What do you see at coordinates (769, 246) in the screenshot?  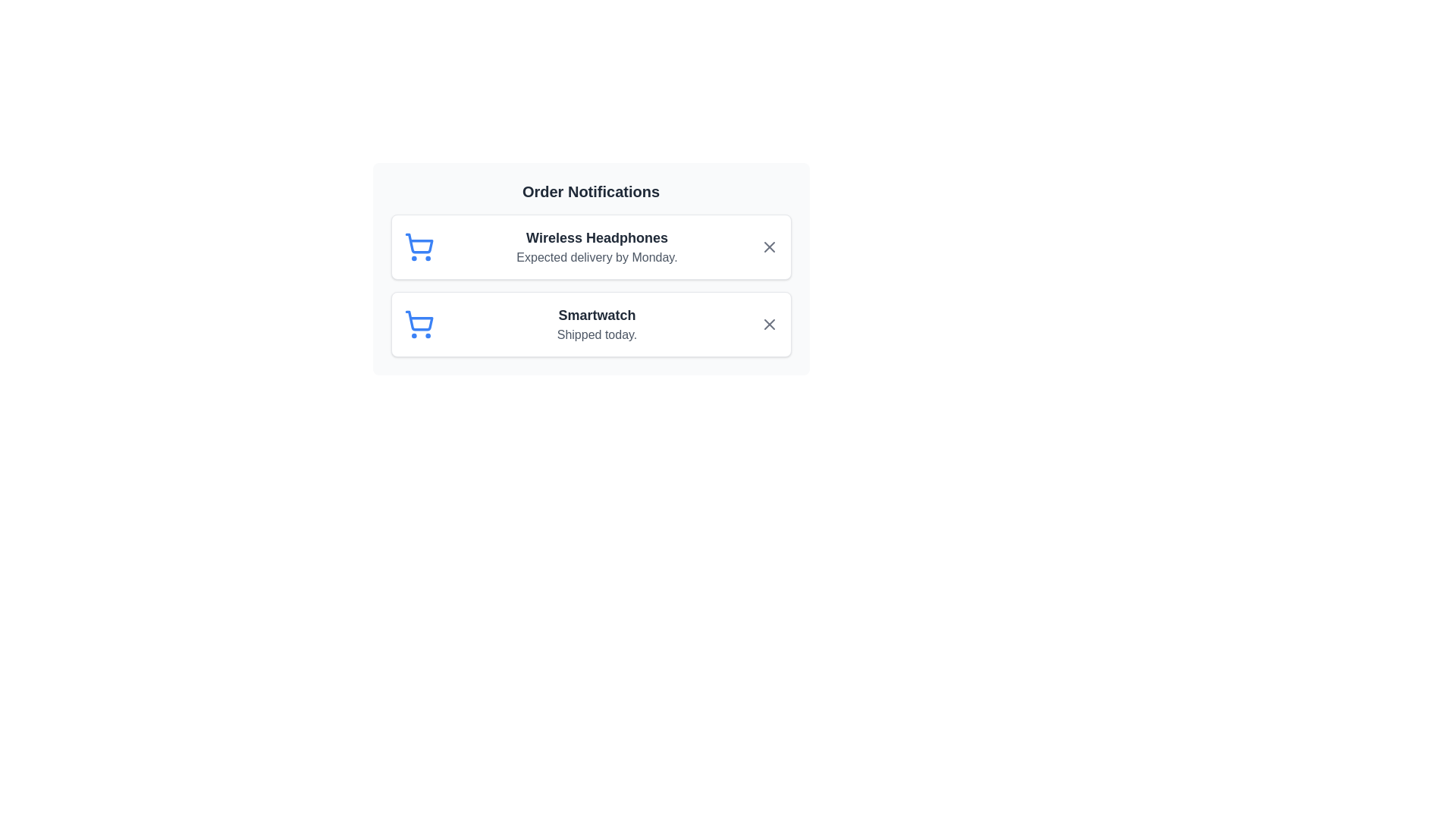 I see `the close button of the order identified by Wireless Headphones` at bounding box center [769, 246].